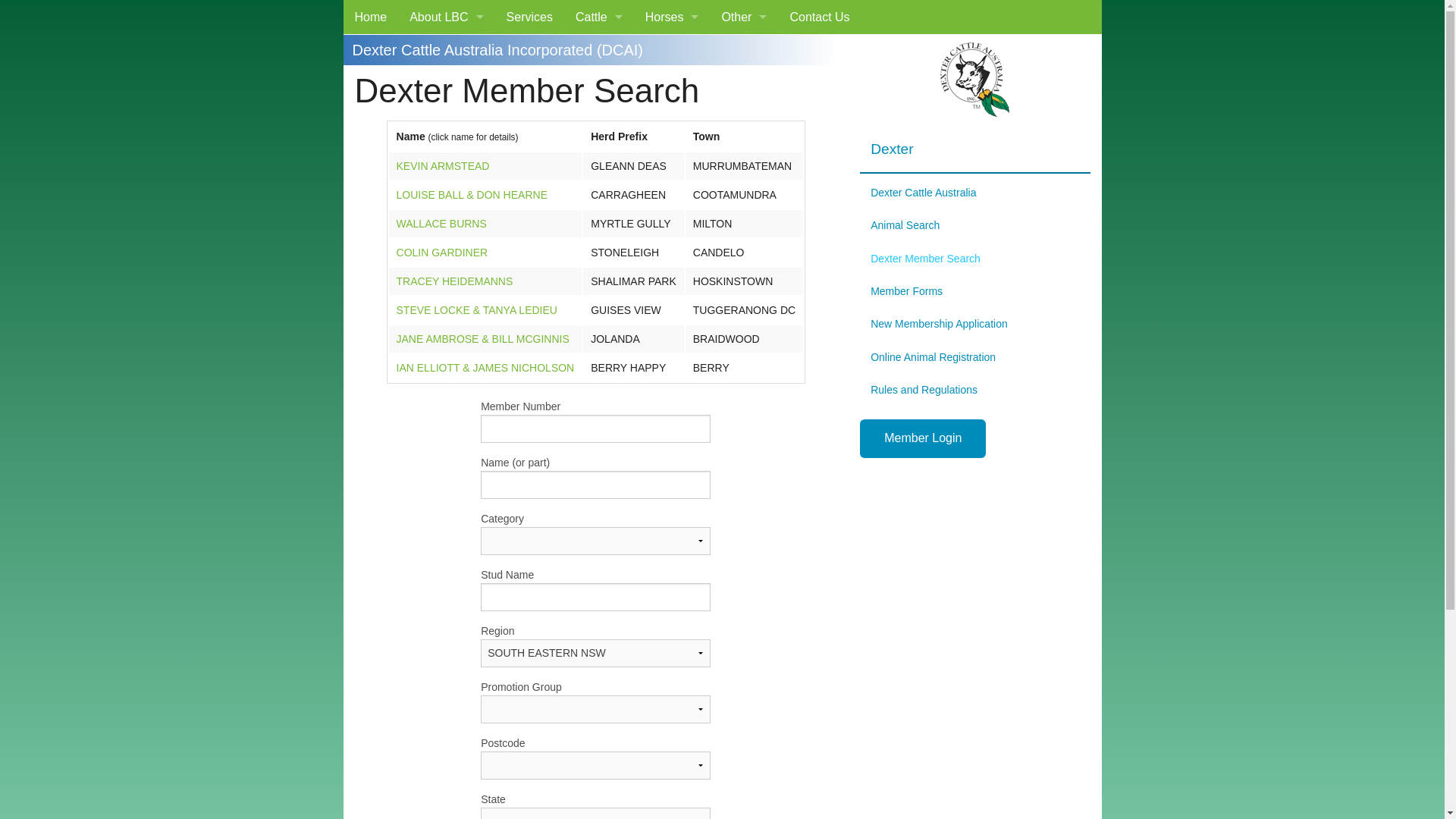 The image size is (1456, 819). What do you see at coordinates (442, 166) in the screenshot?
I see `'KEVIN ARMSTEAD'` at bounding box center [442, 166].